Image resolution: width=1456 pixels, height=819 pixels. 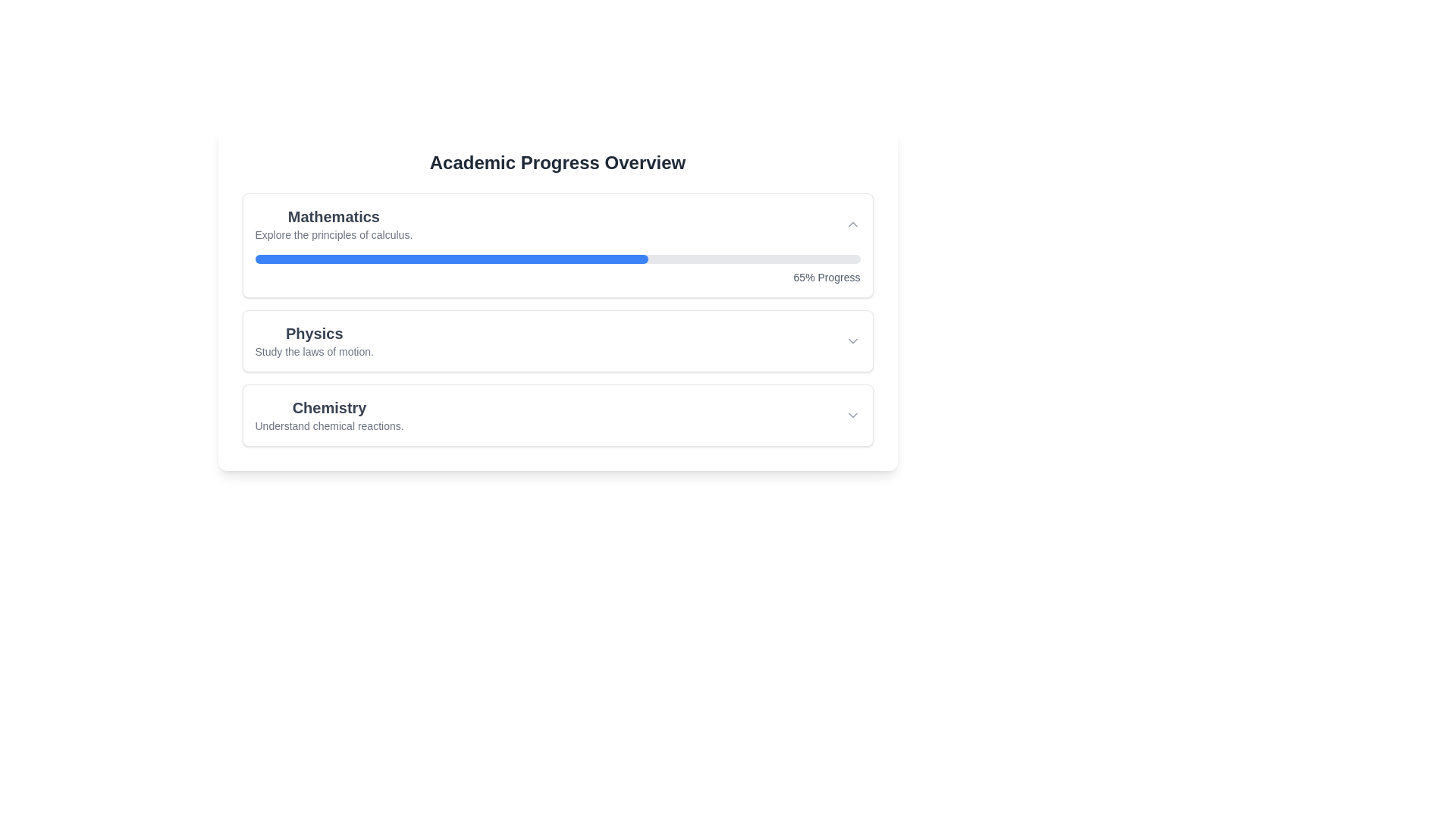 What do you see at coordinates (557, 415) in the screenshot?
I see `the third interactive list item labeled 'Chemistry'` at bounding box center [557, 415].